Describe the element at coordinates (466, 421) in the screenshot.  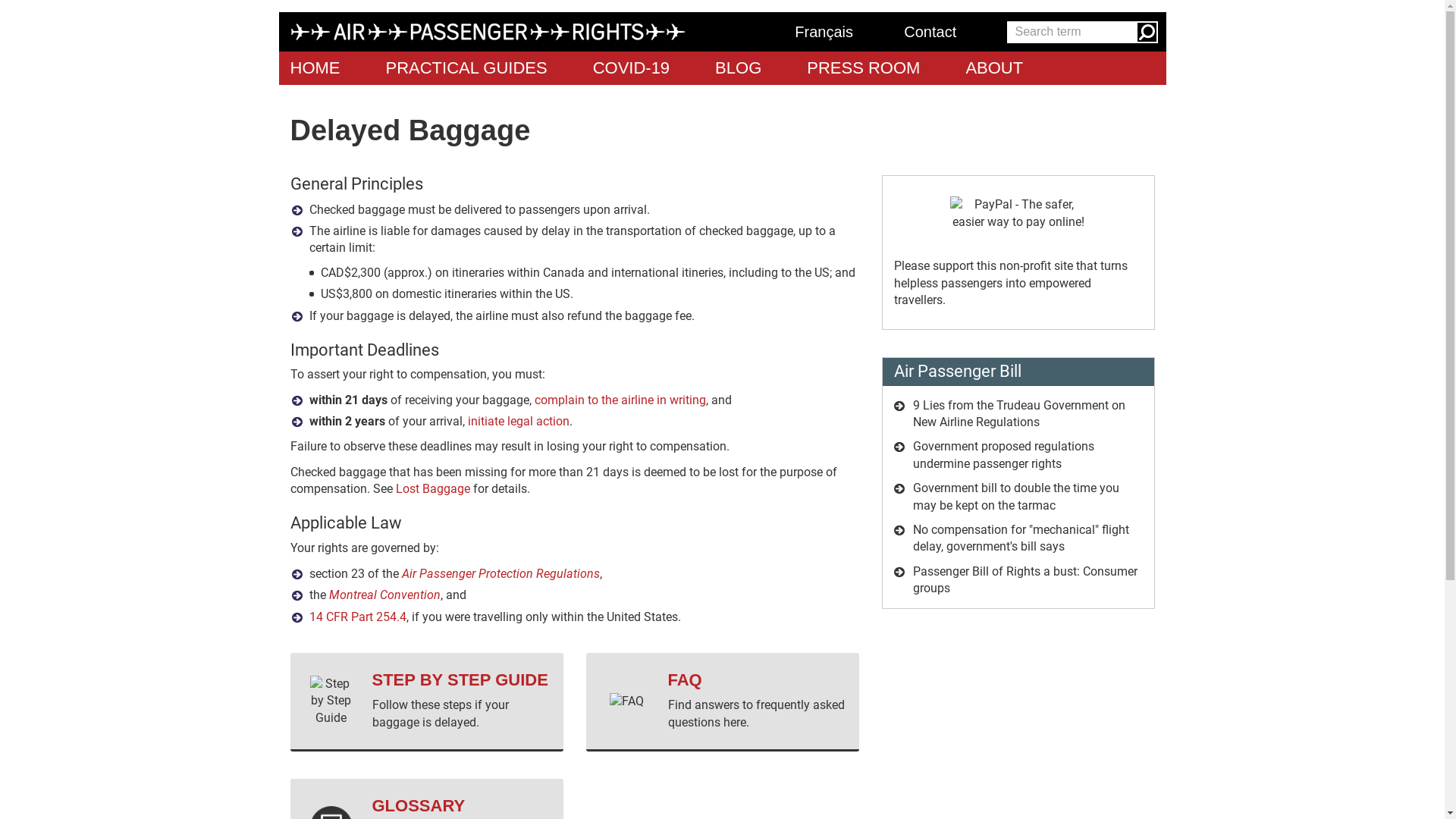
I see `'initiate legal action'` at that location.